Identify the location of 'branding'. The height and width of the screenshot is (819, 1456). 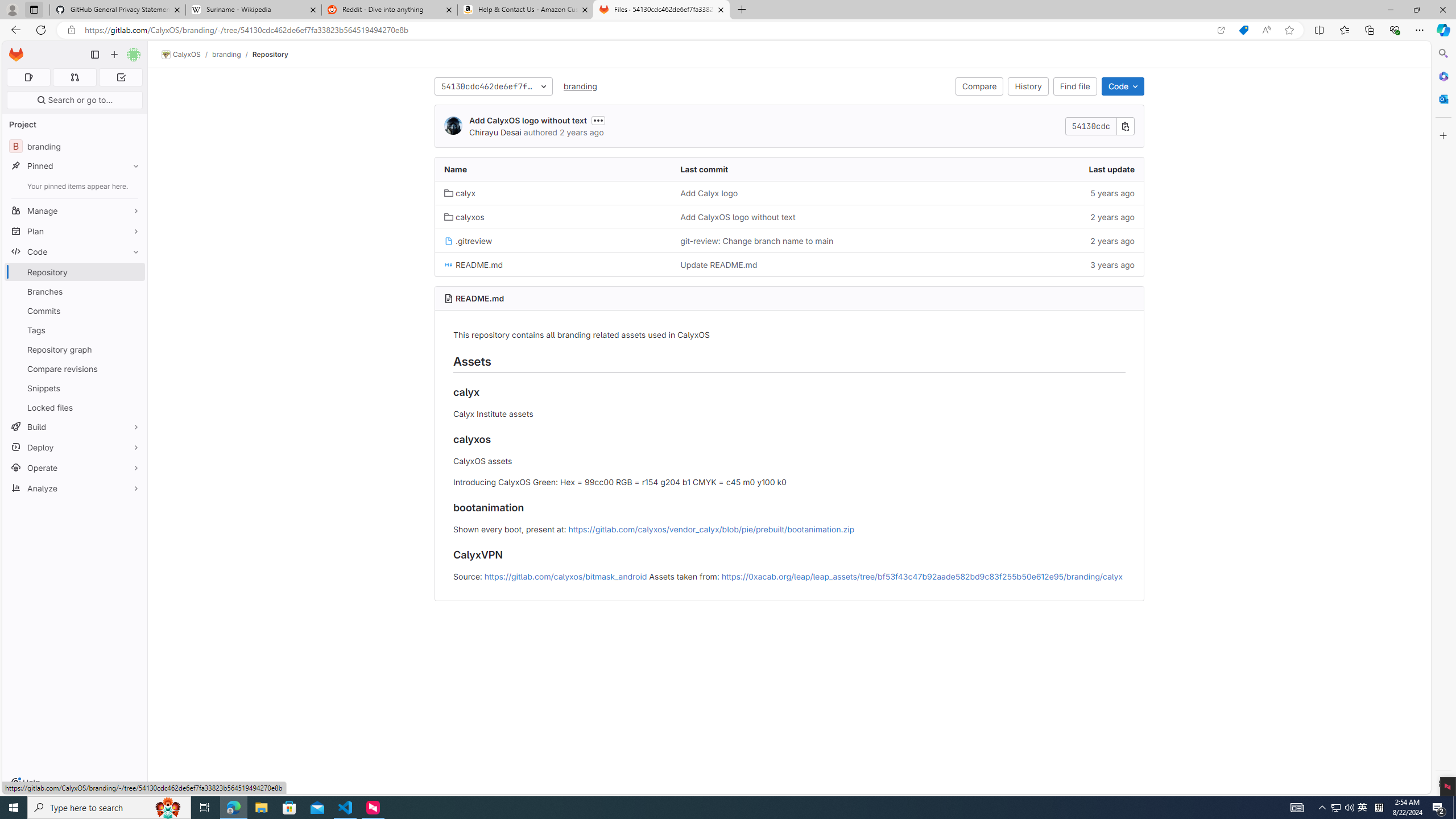
(580, 85).